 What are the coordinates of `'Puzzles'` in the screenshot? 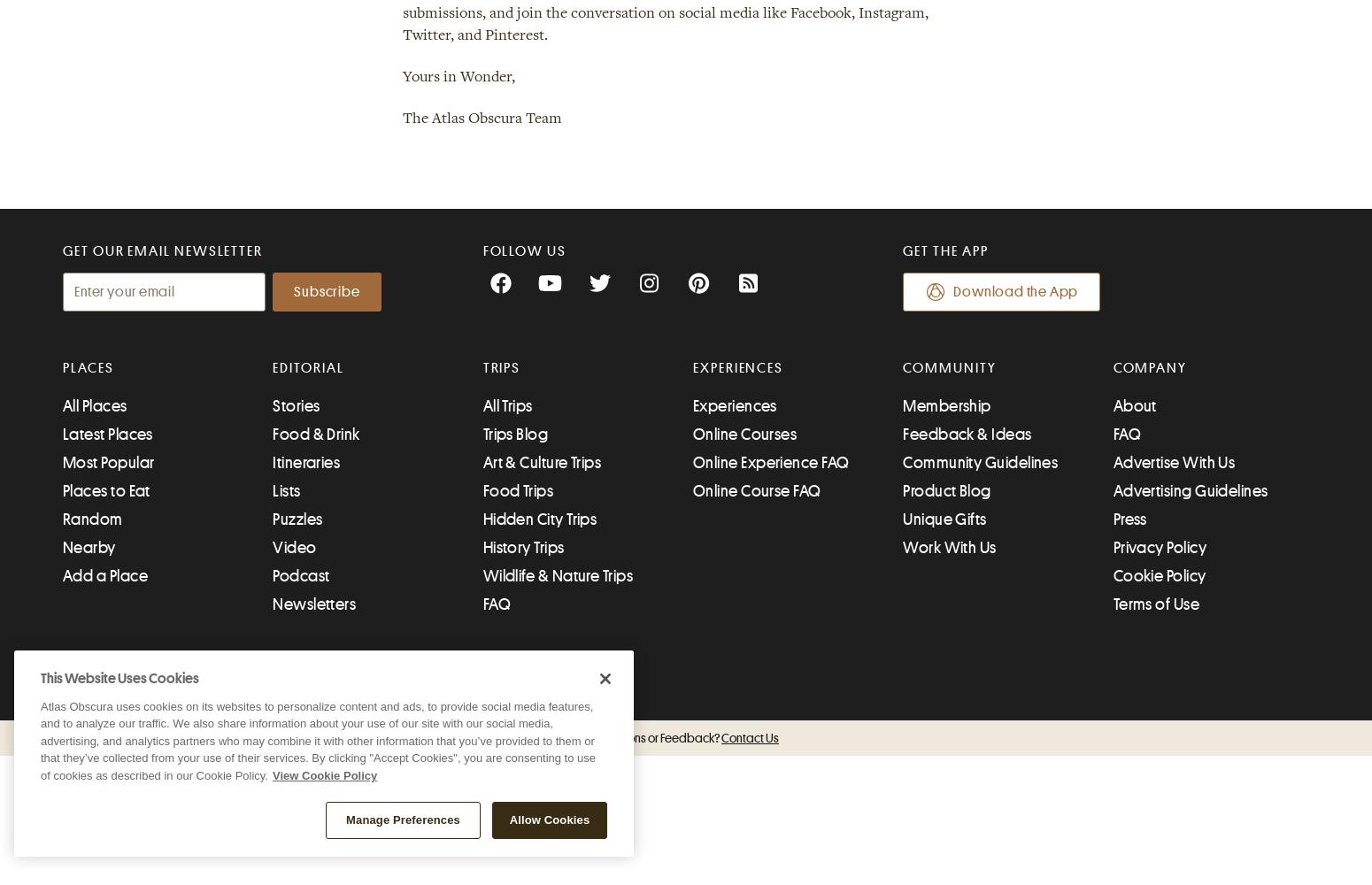 It's located at (297, 519).